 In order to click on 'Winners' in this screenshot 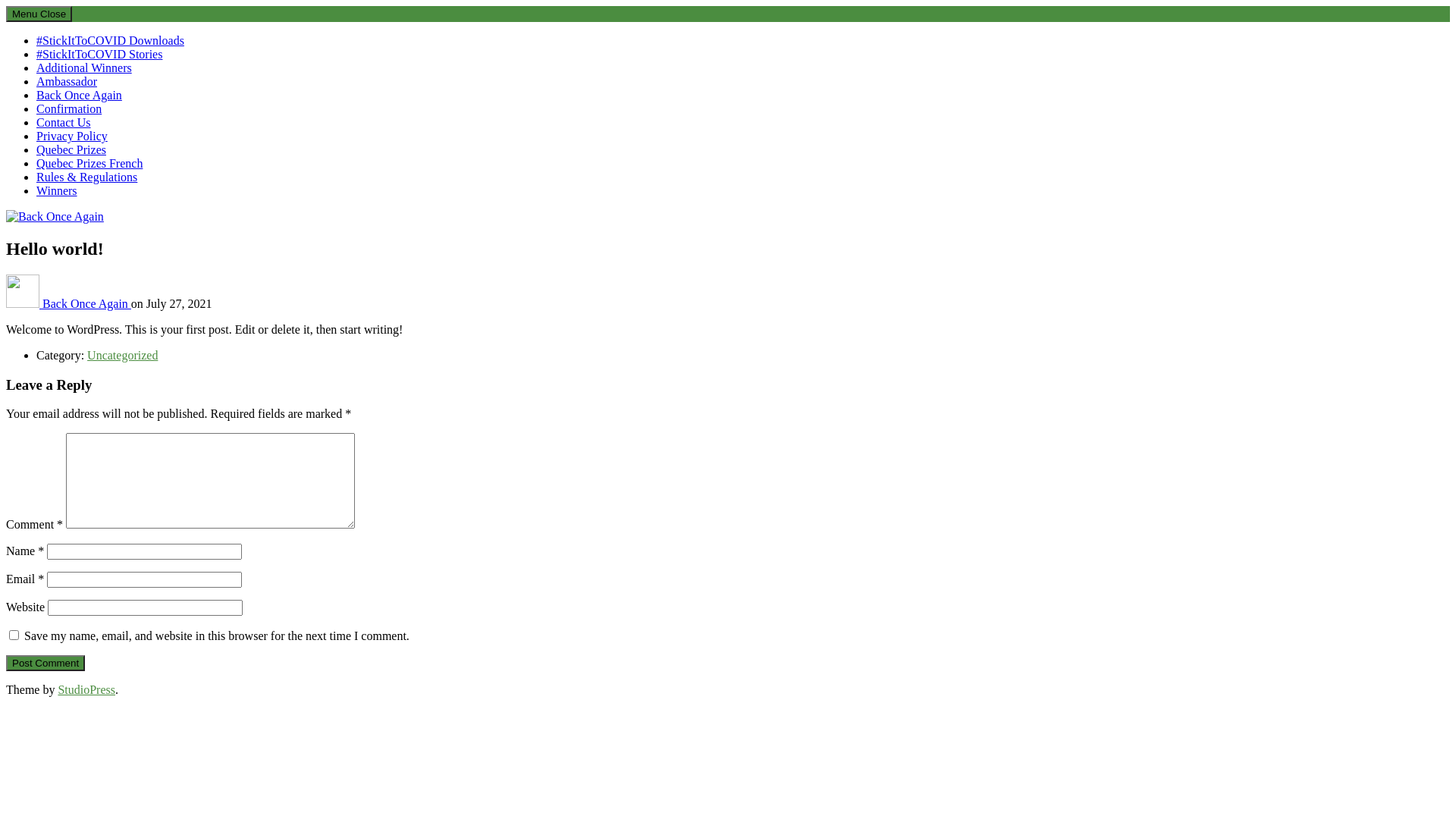, I will do `click(57, 190)`.